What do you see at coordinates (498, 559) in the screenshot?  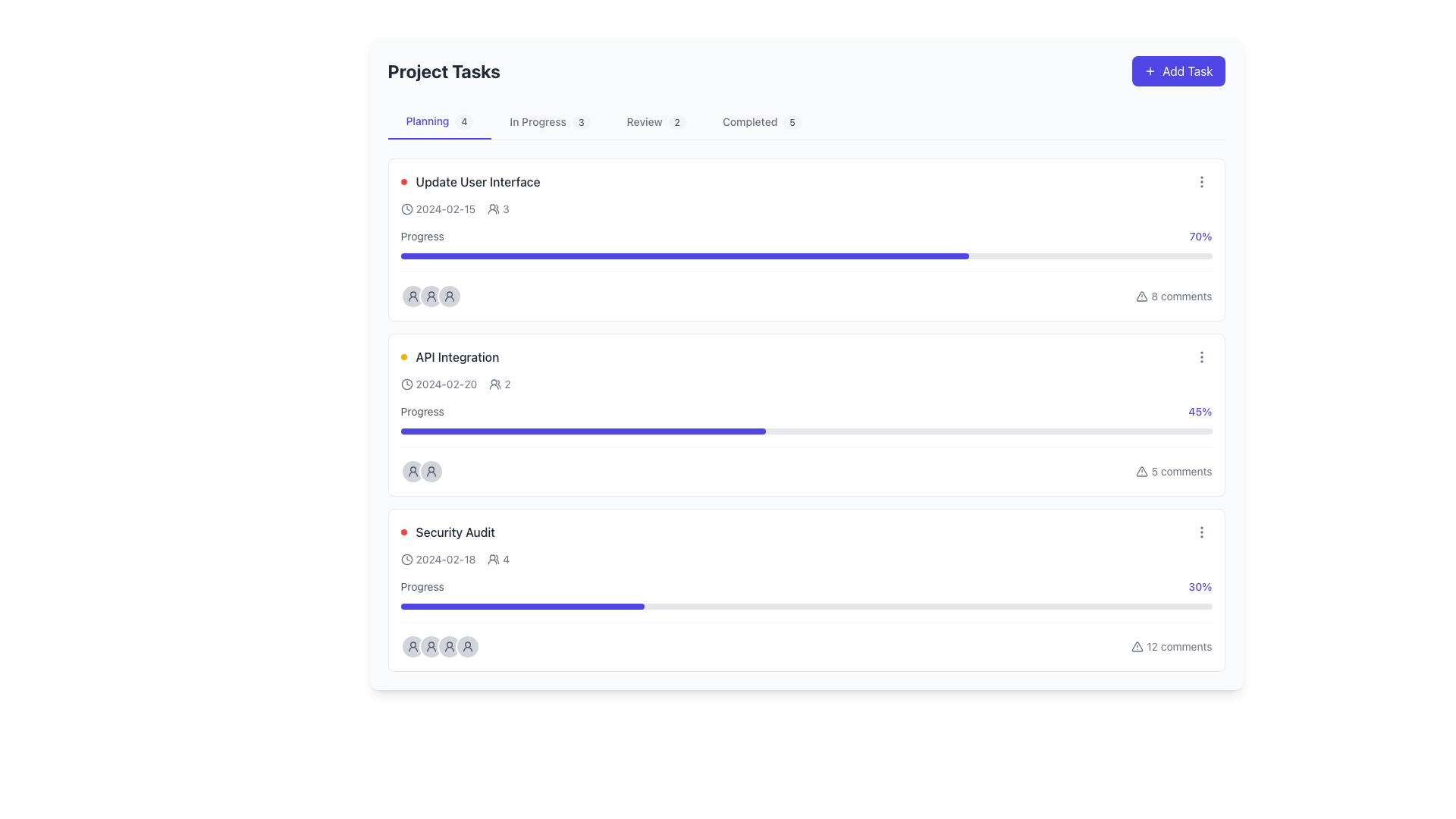 I see `the label indicating the number of users or participants associated with the 'Security Audit' task, located to the right of the timestamp '2024-02-18'` at bounding box center [498, 559].